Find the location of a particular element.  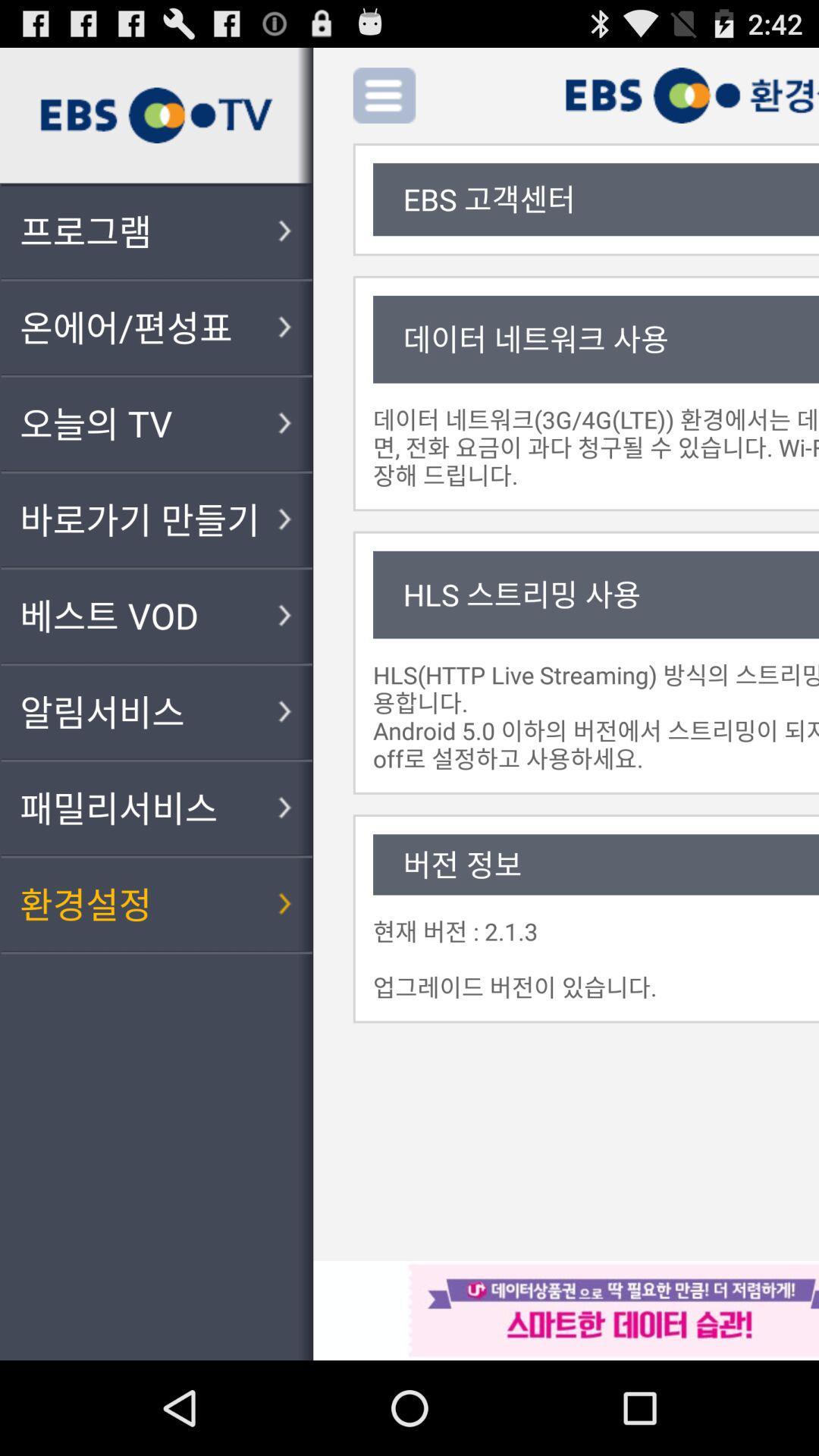

the add icon is located at coordinates (458, 101).